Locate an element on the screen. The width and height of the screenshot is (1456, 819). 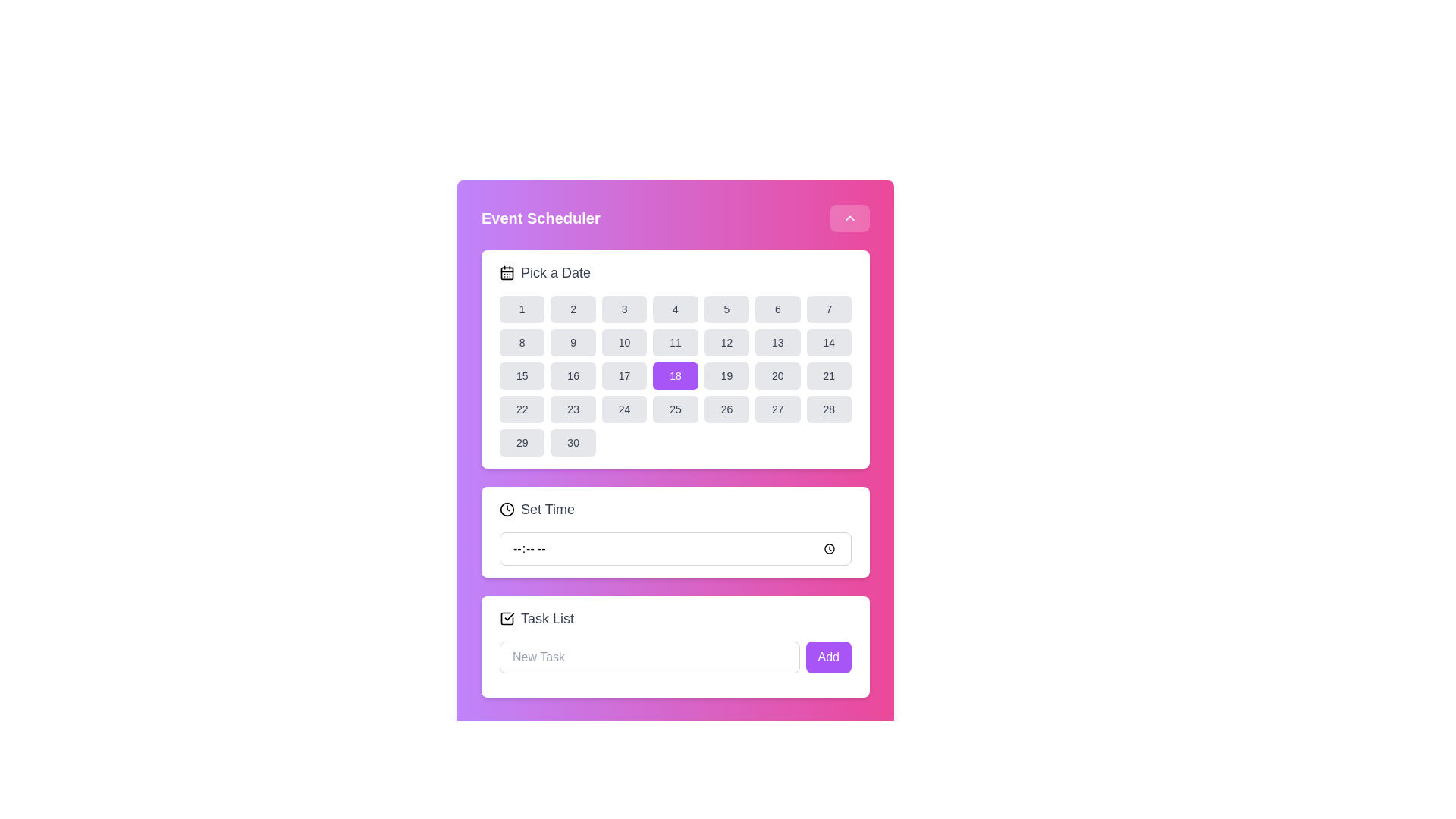
the time is located at coordinates (675, 549).